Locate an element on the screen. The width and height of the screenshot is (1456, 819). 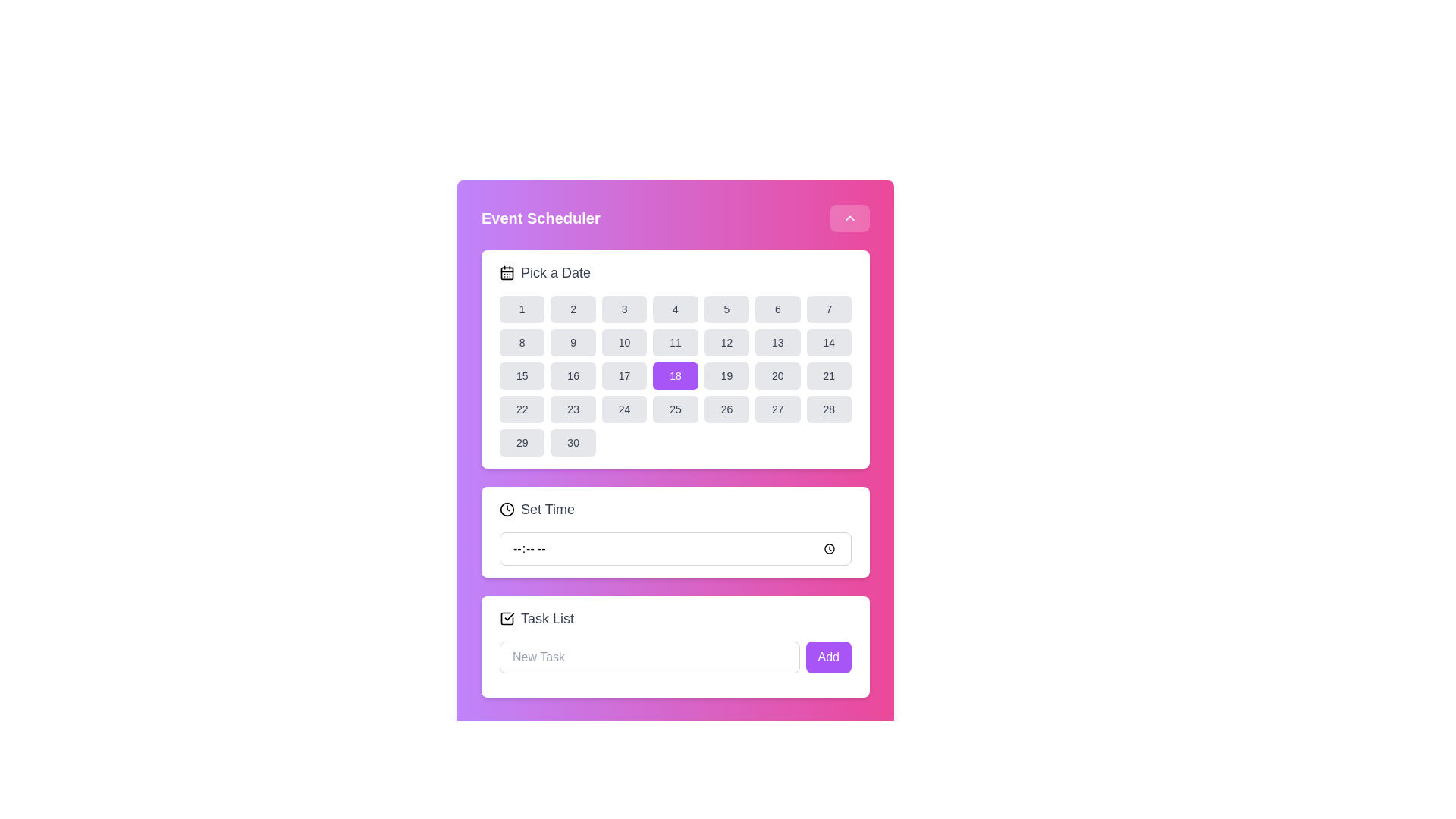
the time is located at coordinates (675, 549).